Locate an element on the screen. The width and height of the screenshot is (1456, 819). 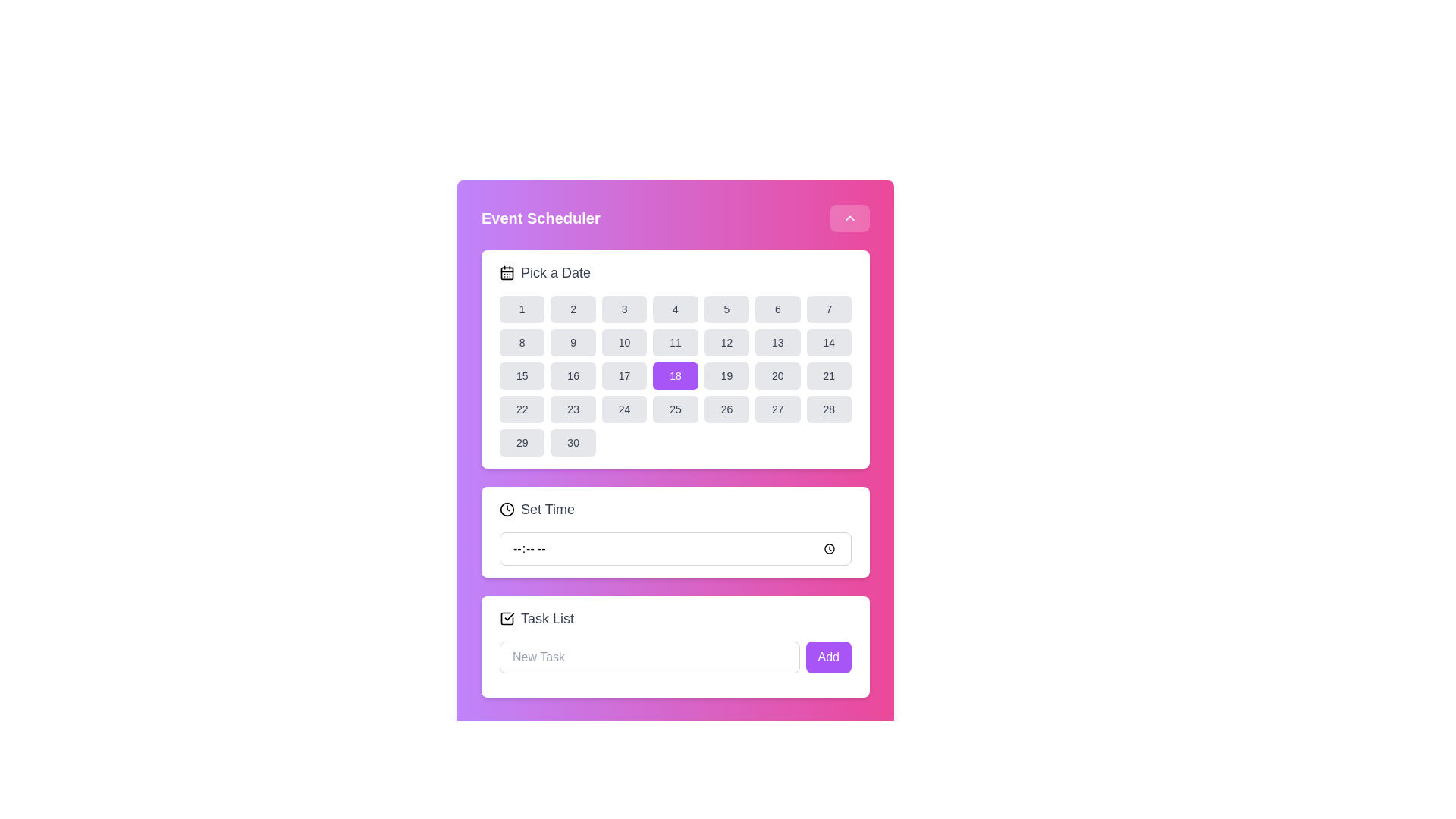
the time is located at coordinates (675, 549).